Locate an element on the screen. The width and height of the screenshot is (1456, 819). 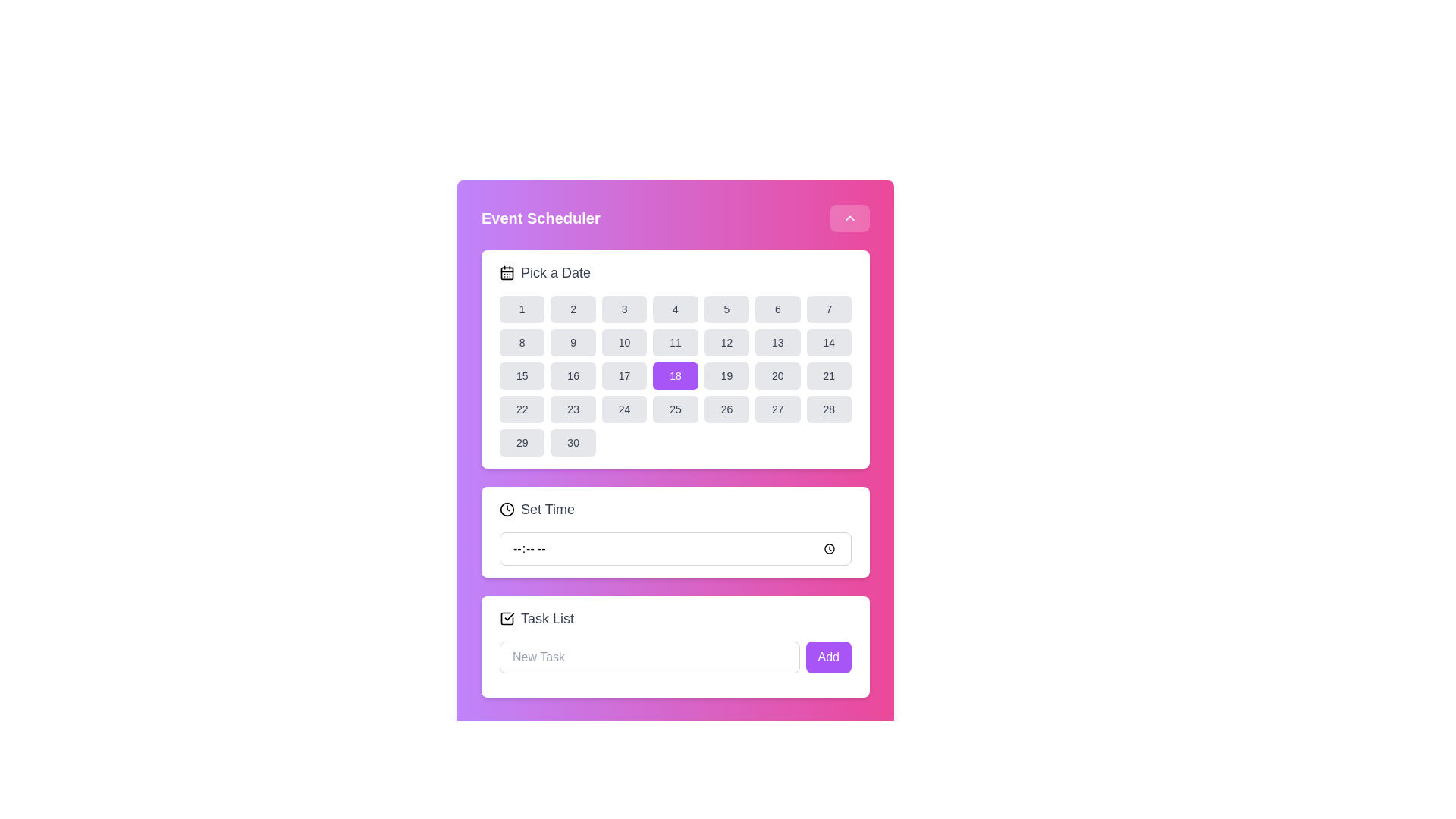
the time is located at coordinates (675, 549).